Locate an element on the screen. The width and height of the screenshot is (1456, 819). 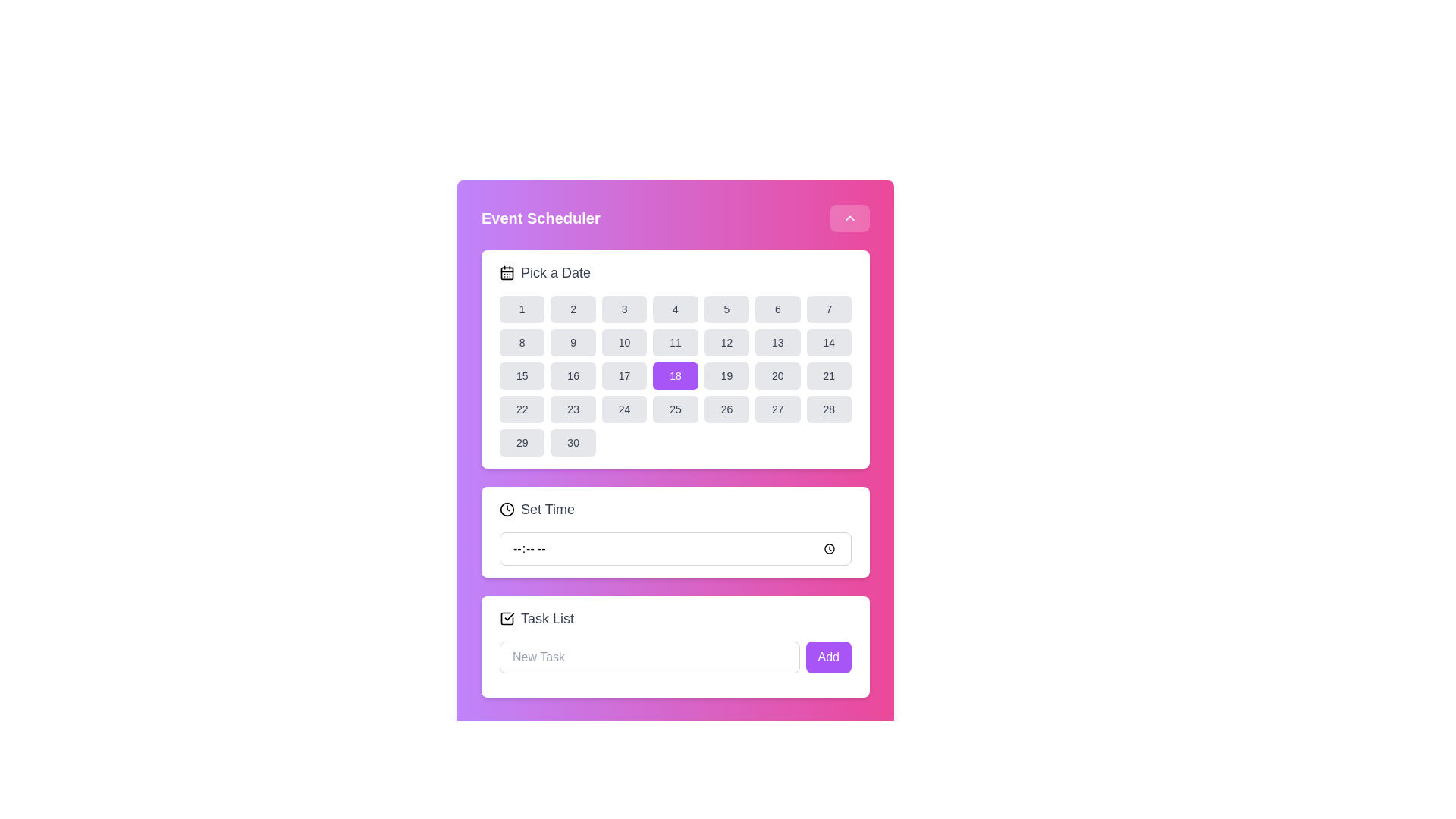
the time is located at coordinates (675, 549).